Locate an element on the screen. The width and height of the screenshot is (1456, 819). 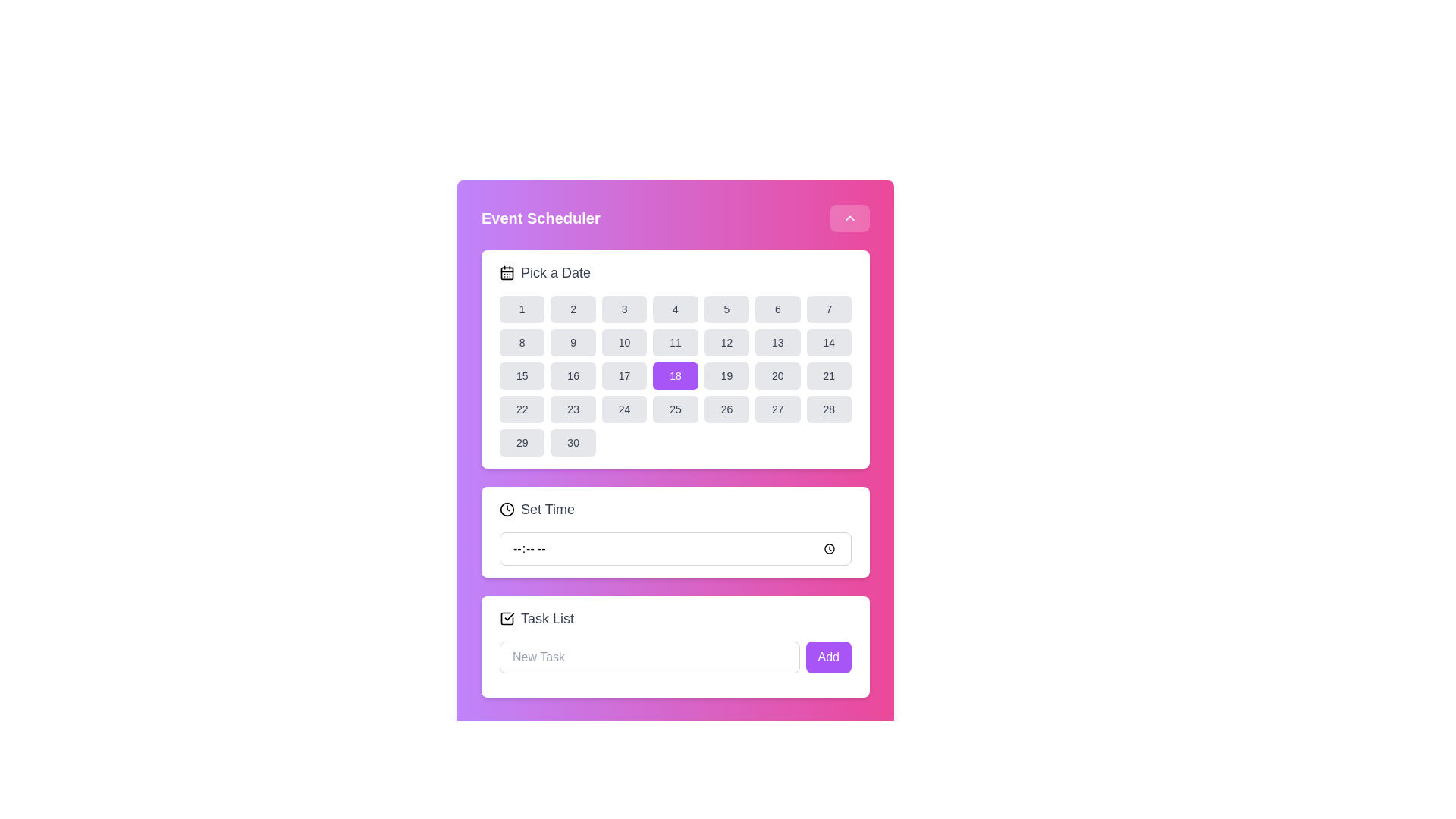
the time is located at coordinates (675, 549).